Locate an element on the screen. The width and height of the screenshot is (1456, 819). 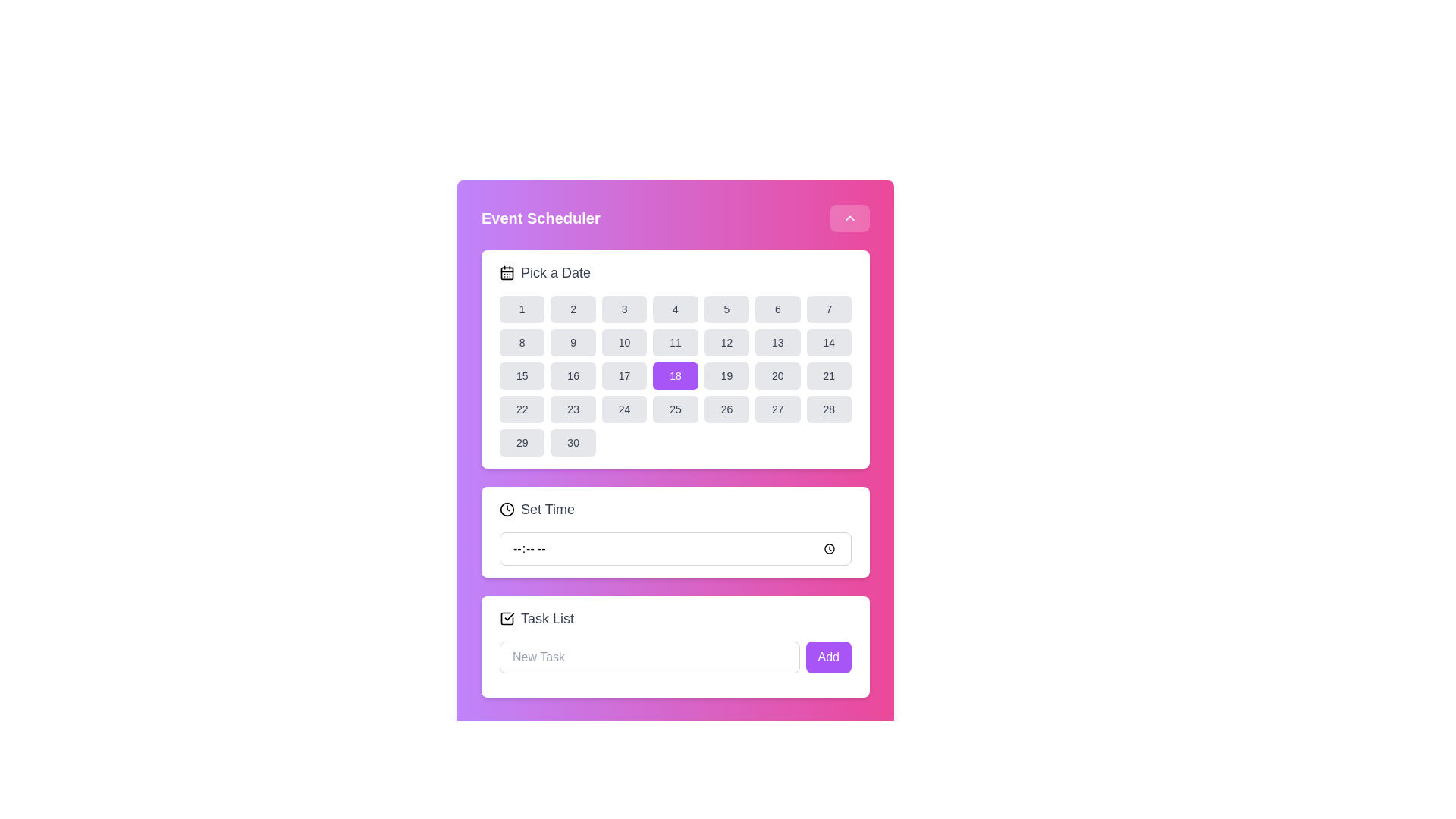
the time is located at coordinates (675, 549).